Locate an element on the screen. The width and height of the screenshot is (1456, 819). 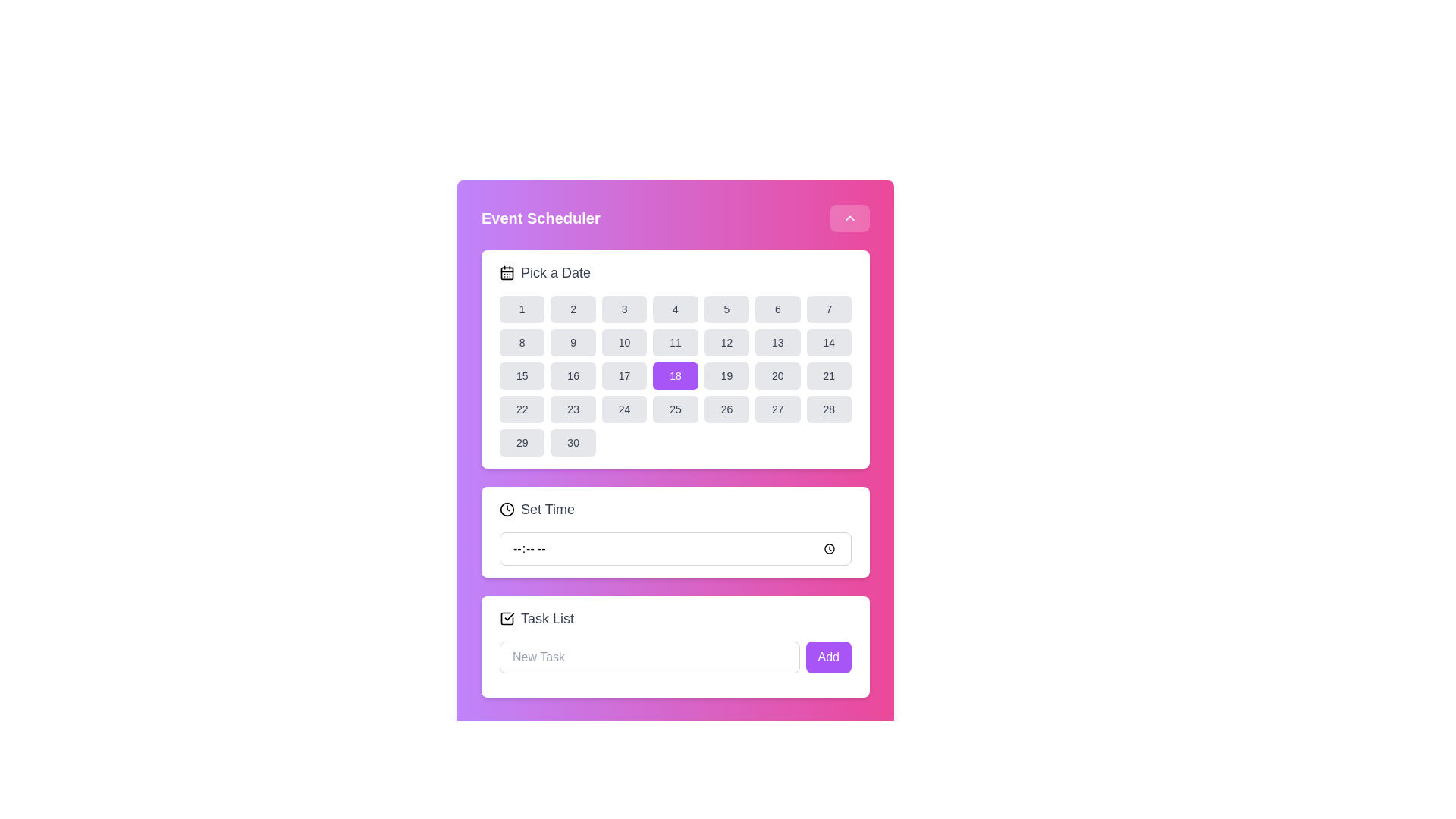
the time is located at coordinates (675, 549).